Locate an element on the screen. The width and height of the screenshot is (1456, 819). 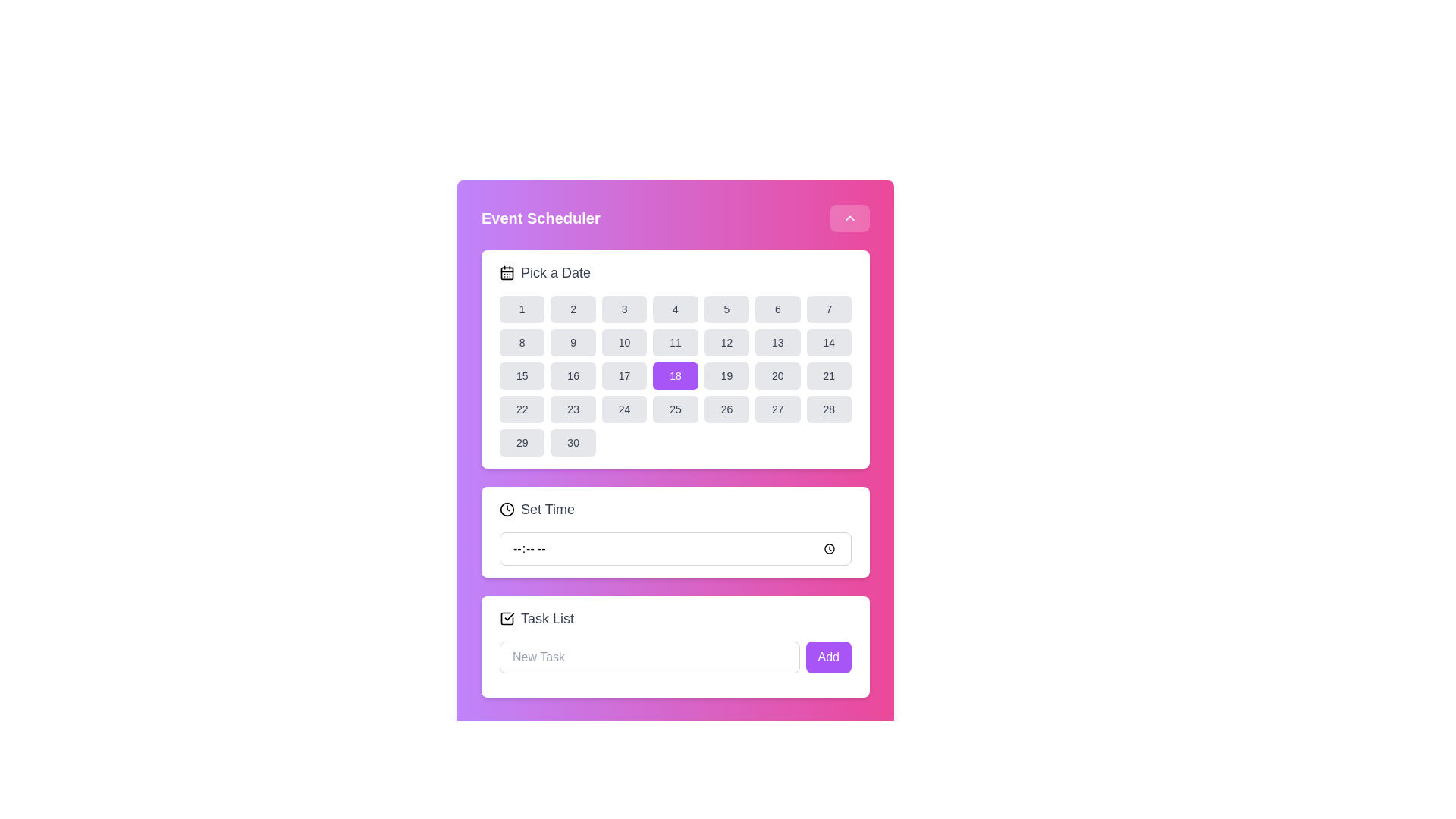
the time is located at coordinates (675, 549).